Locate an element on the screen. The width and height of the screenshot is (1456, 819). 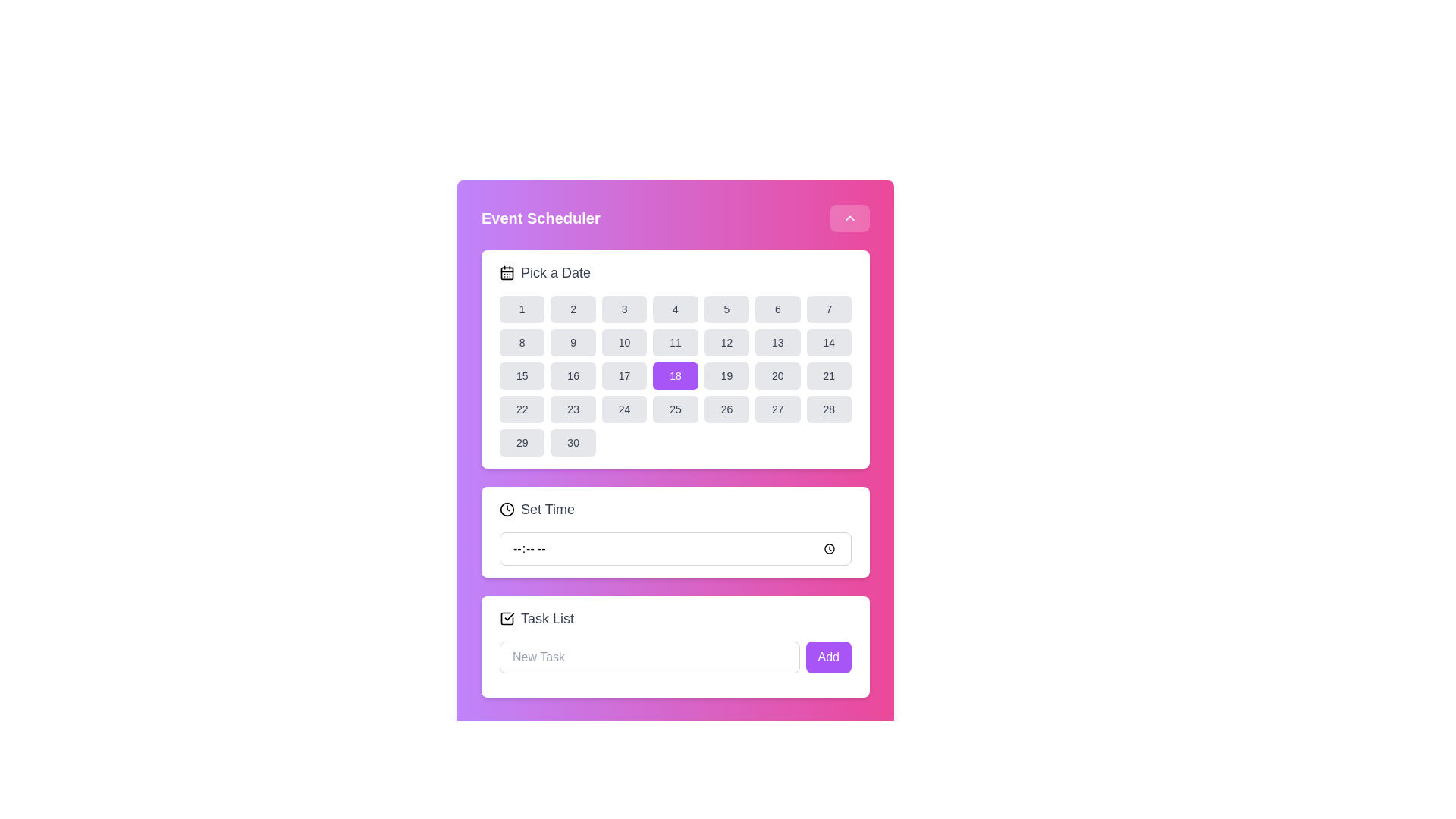
the time is located at coordinates (675, 549).